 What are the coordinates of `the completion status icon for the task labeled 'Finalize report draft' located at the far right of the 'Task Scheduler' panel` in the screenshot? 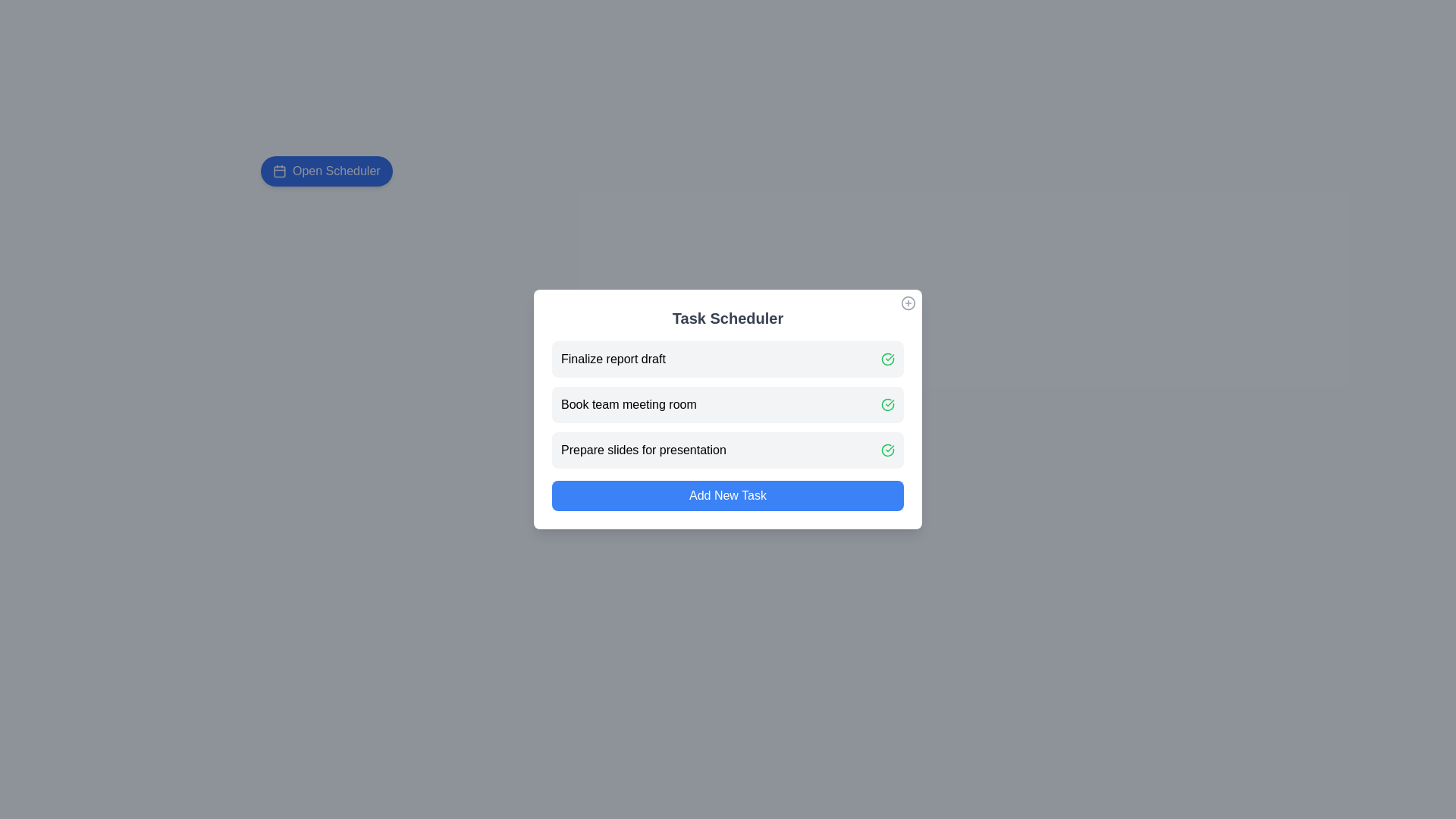 It's located at (888, 359).